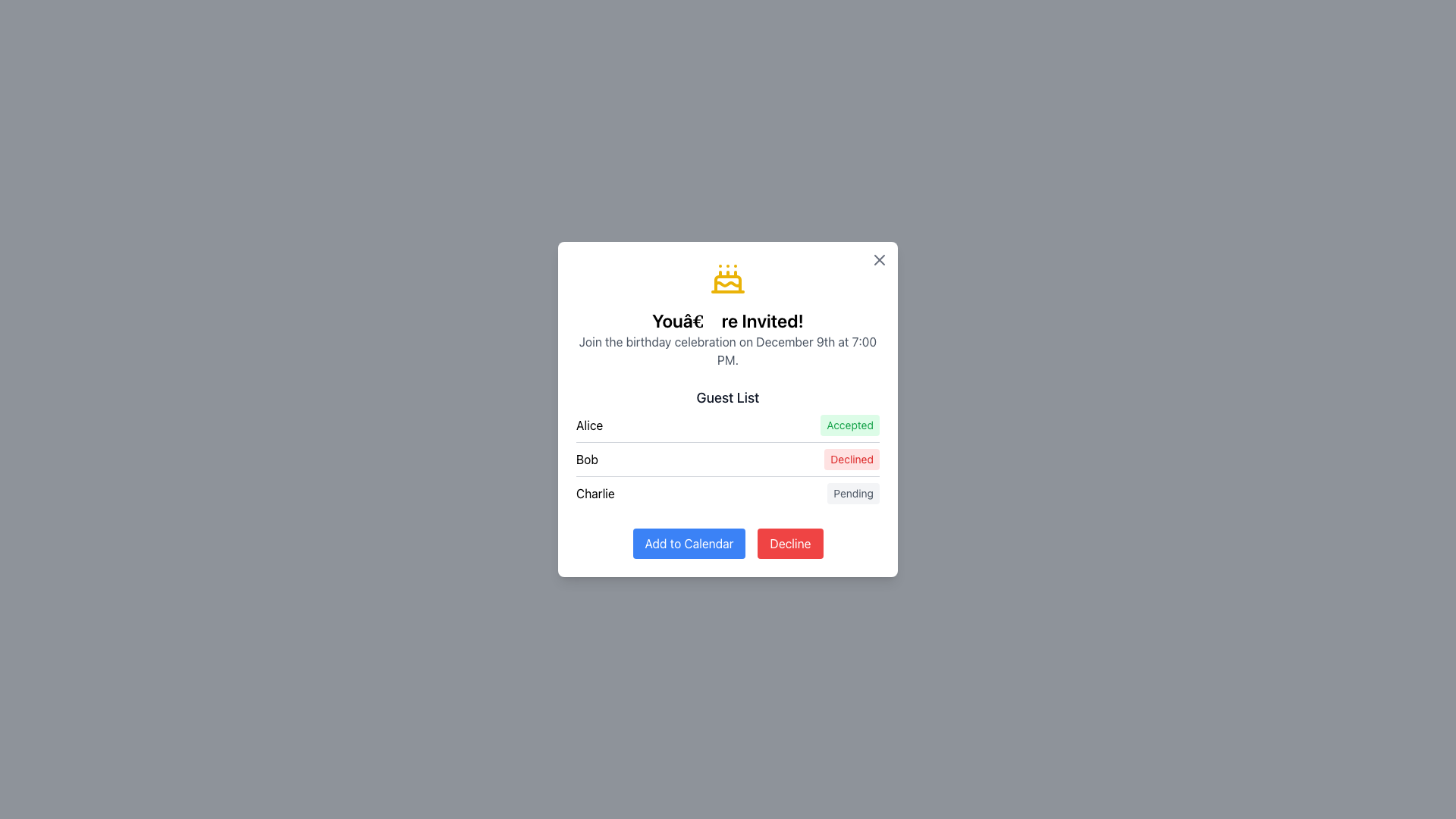 Image resolution: width=1456 pixels, height=819 pixels. Describe the element at coordinates (588, 425) in the screenshot. I see `text of the label representing the name 'Alice' in the Guest List, which is the first item in the vertical list and positioned to the far left of its row` at that location.